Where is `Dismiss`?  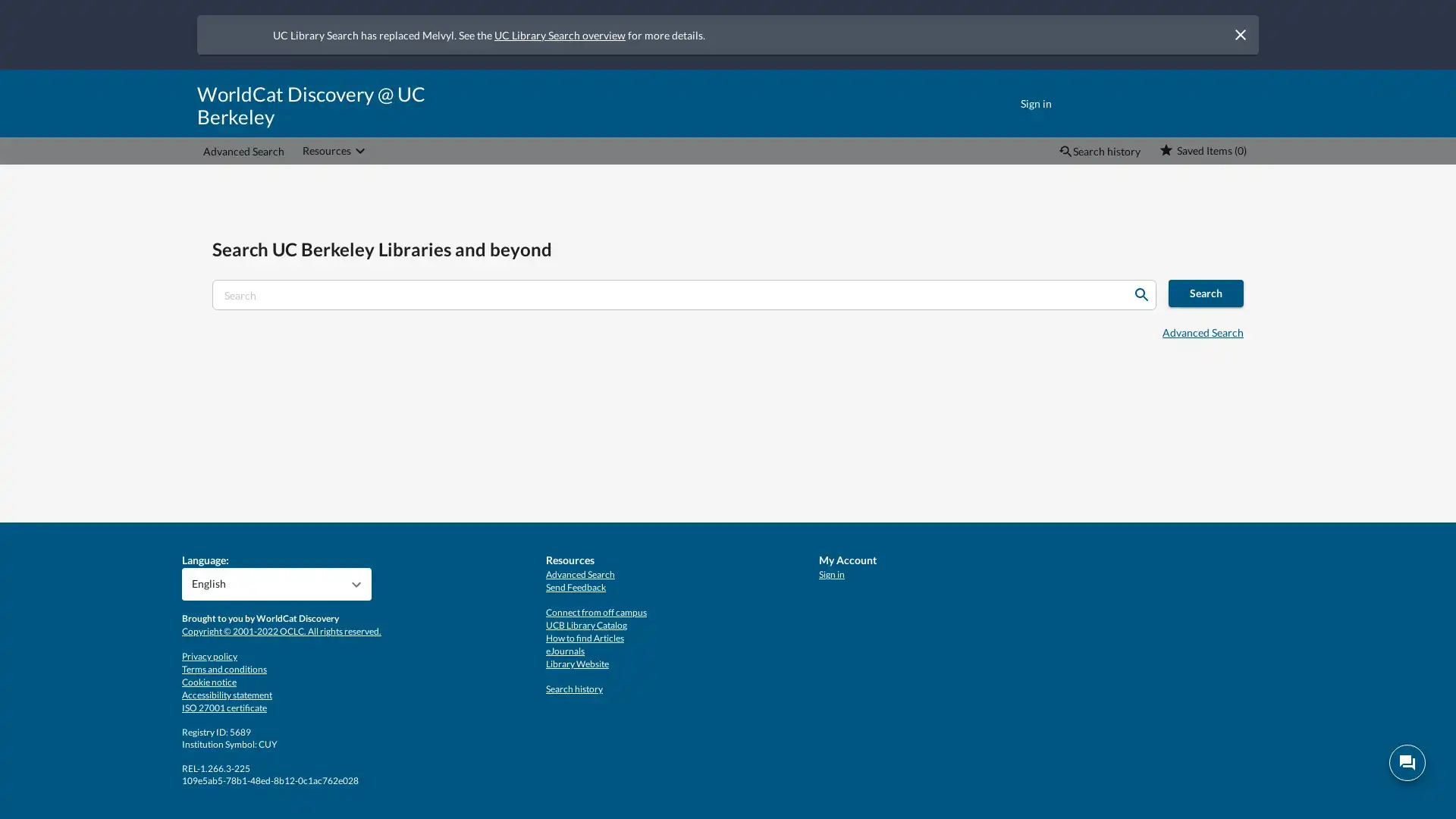
Dismiss is located at coordinates (1240, 34).